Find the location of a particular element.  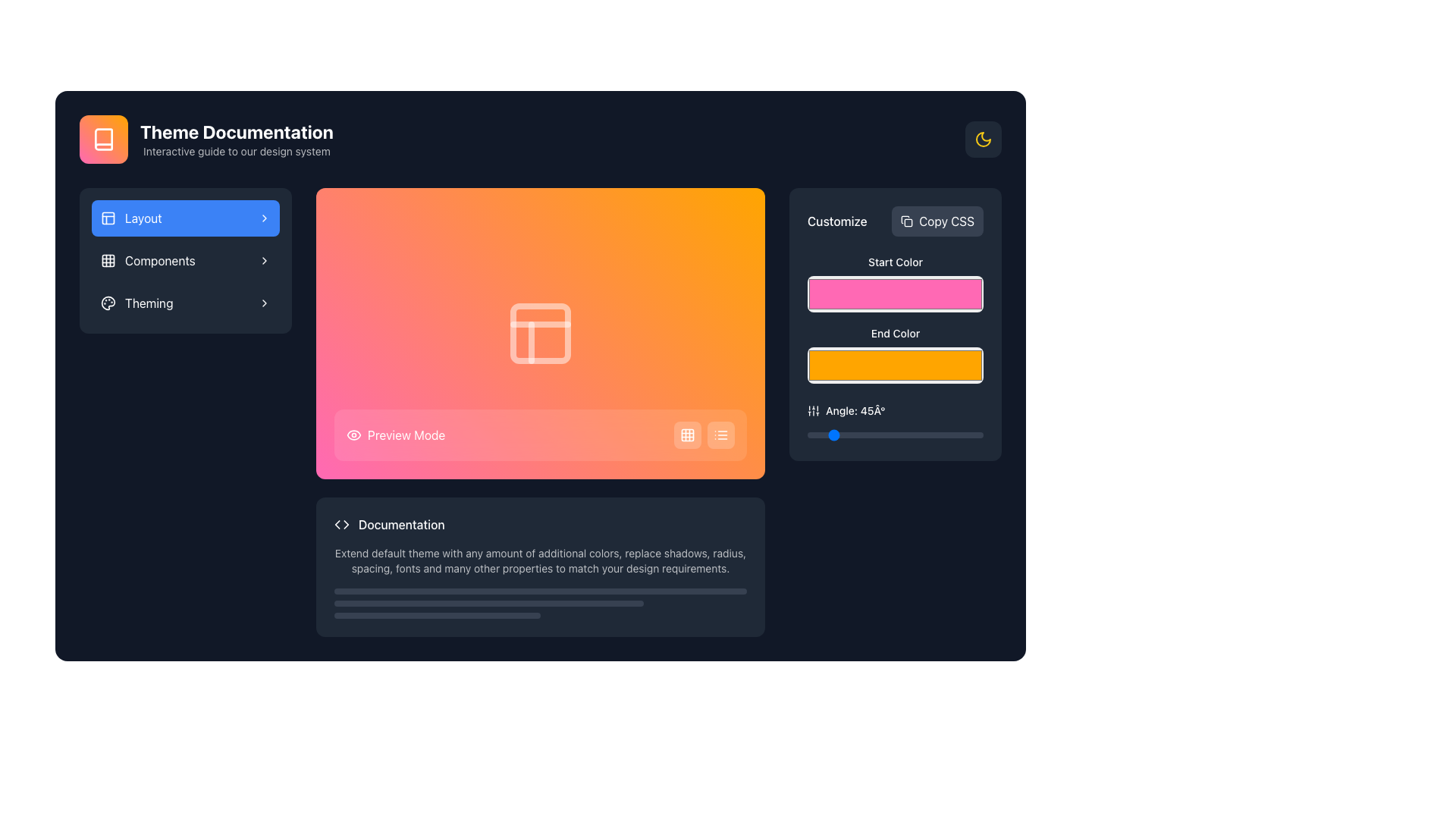

the slider value is located at coordinates (895, 435).